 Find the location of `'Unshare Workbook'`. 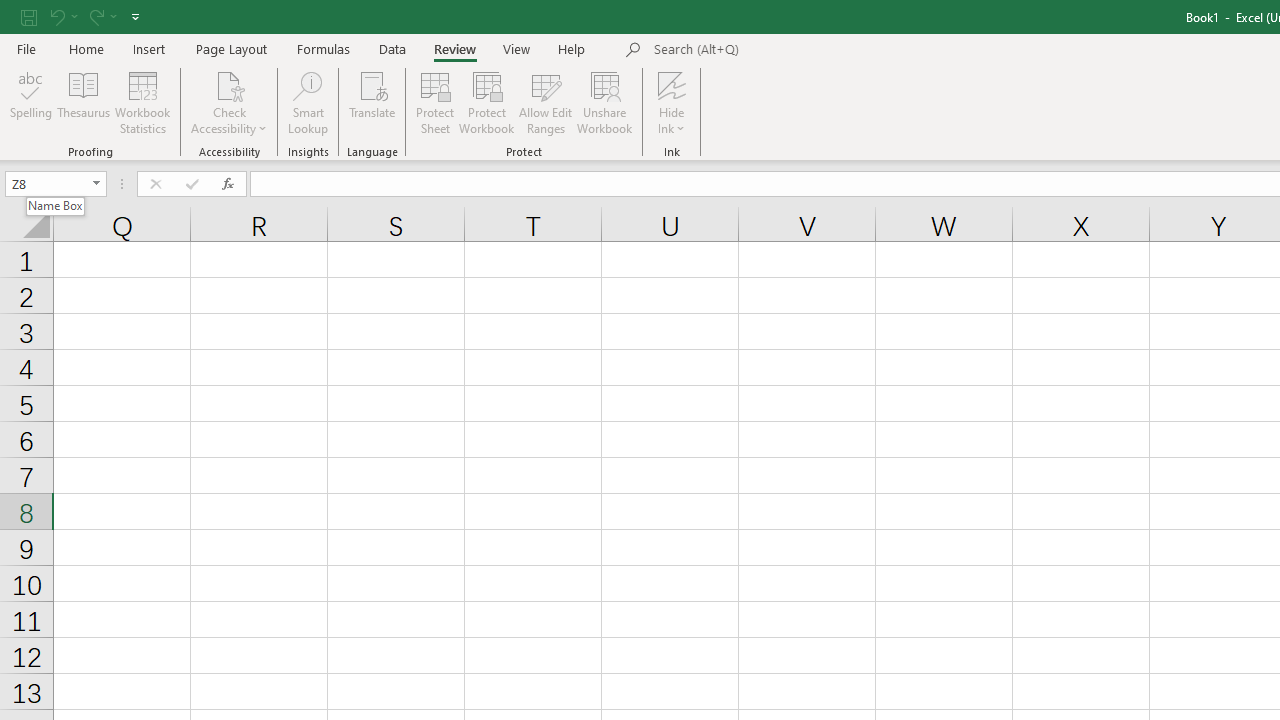

'Unshare Workbook' is located at coordinates (603, 103).